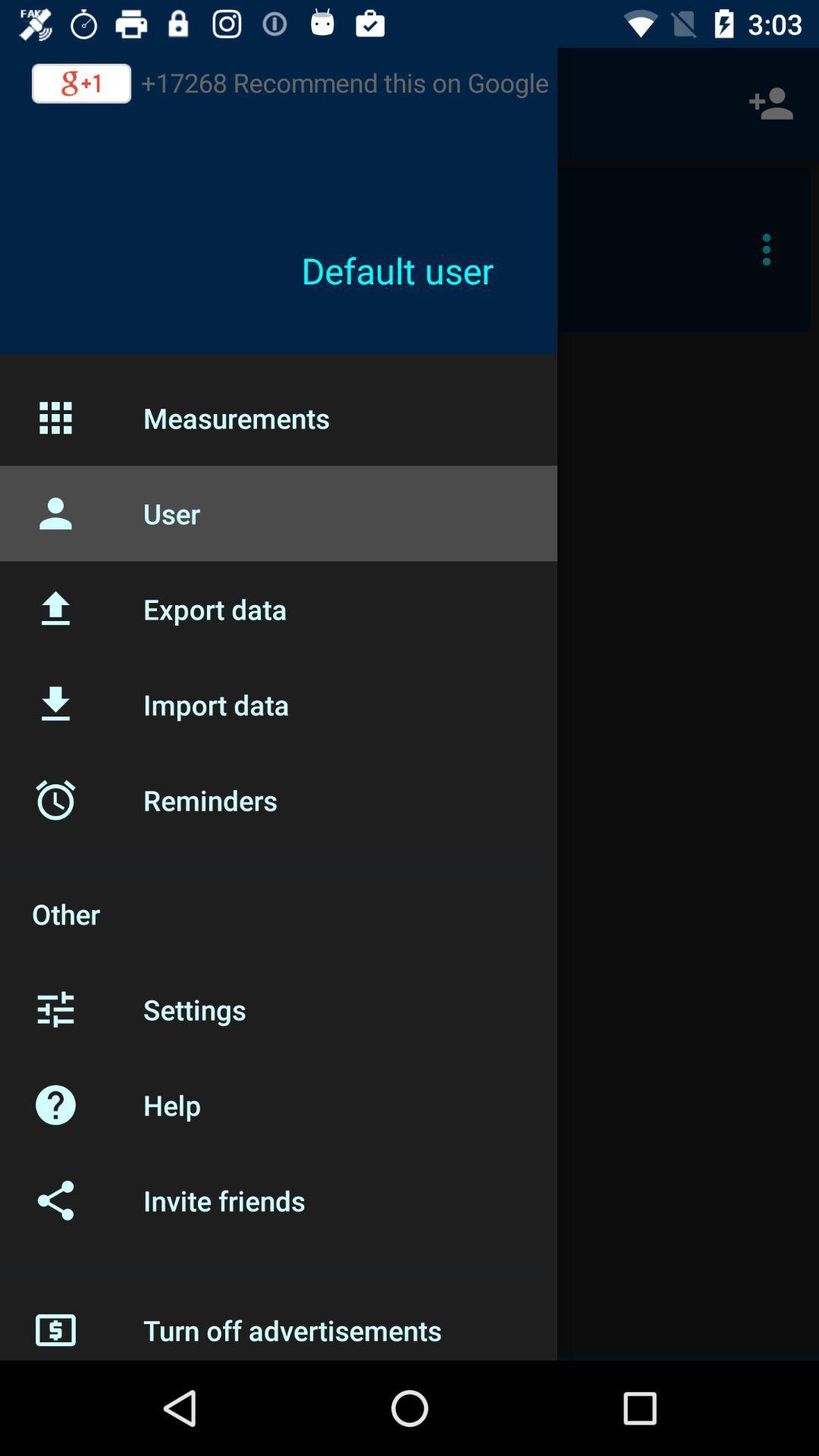  What do you see at coordinates (771, 103) in the screenshot?
I see `the icon add contacts` at bounding box center [771, 103].